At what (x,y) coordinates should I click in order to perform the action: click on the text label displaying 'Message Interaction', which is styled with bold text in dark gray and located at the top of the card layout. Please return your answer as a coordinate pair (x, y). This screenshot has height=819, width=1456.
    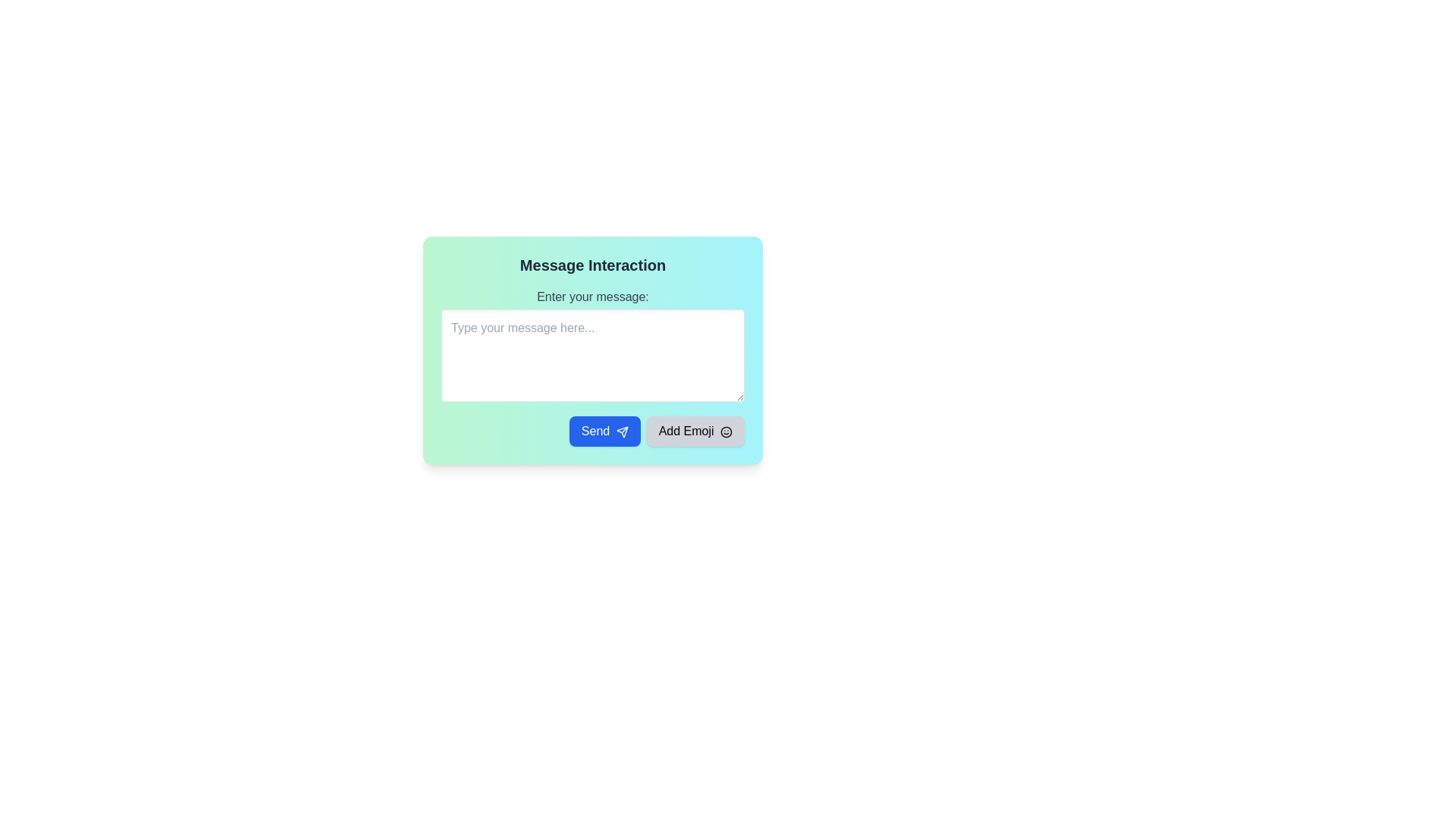
    Looking at the image, I should click on (592, 265).